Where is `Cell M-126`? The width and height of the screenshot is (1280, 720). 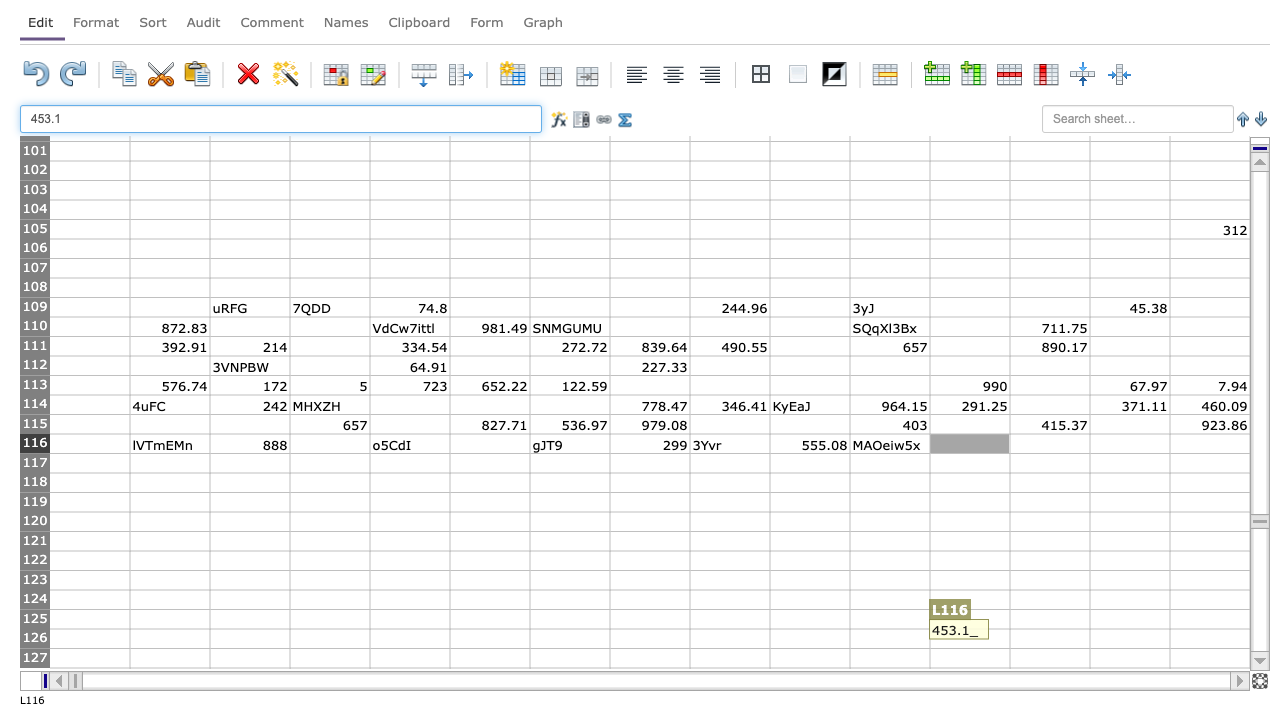 Cell M-126 is located at coordinates (1048, 638).